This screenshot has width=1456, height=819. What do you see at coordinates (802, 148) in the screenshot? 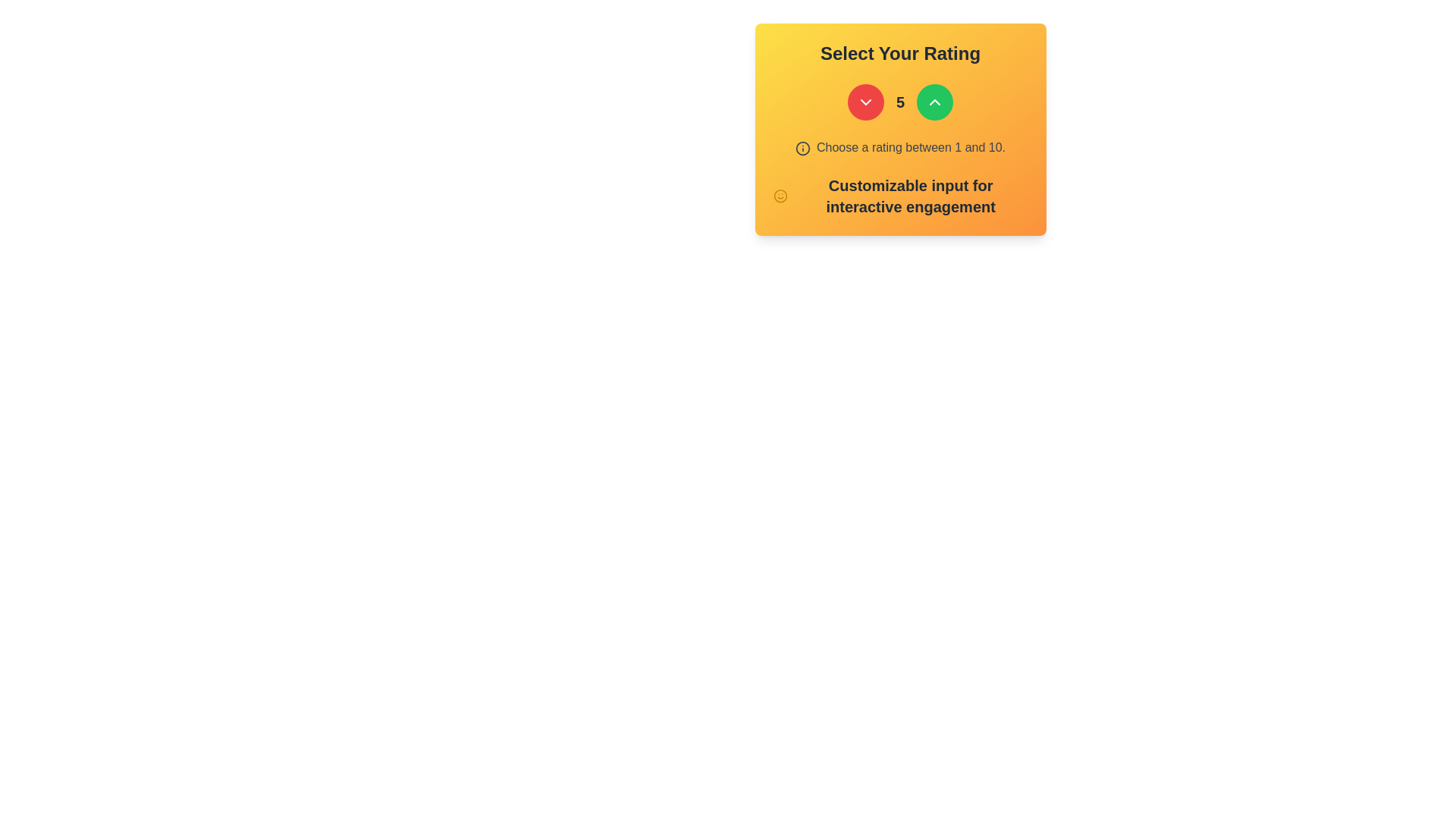
I see `the information icon located to the left of the text 'Choose a rating between 1 and 10'` at bounding box center [802, 148].